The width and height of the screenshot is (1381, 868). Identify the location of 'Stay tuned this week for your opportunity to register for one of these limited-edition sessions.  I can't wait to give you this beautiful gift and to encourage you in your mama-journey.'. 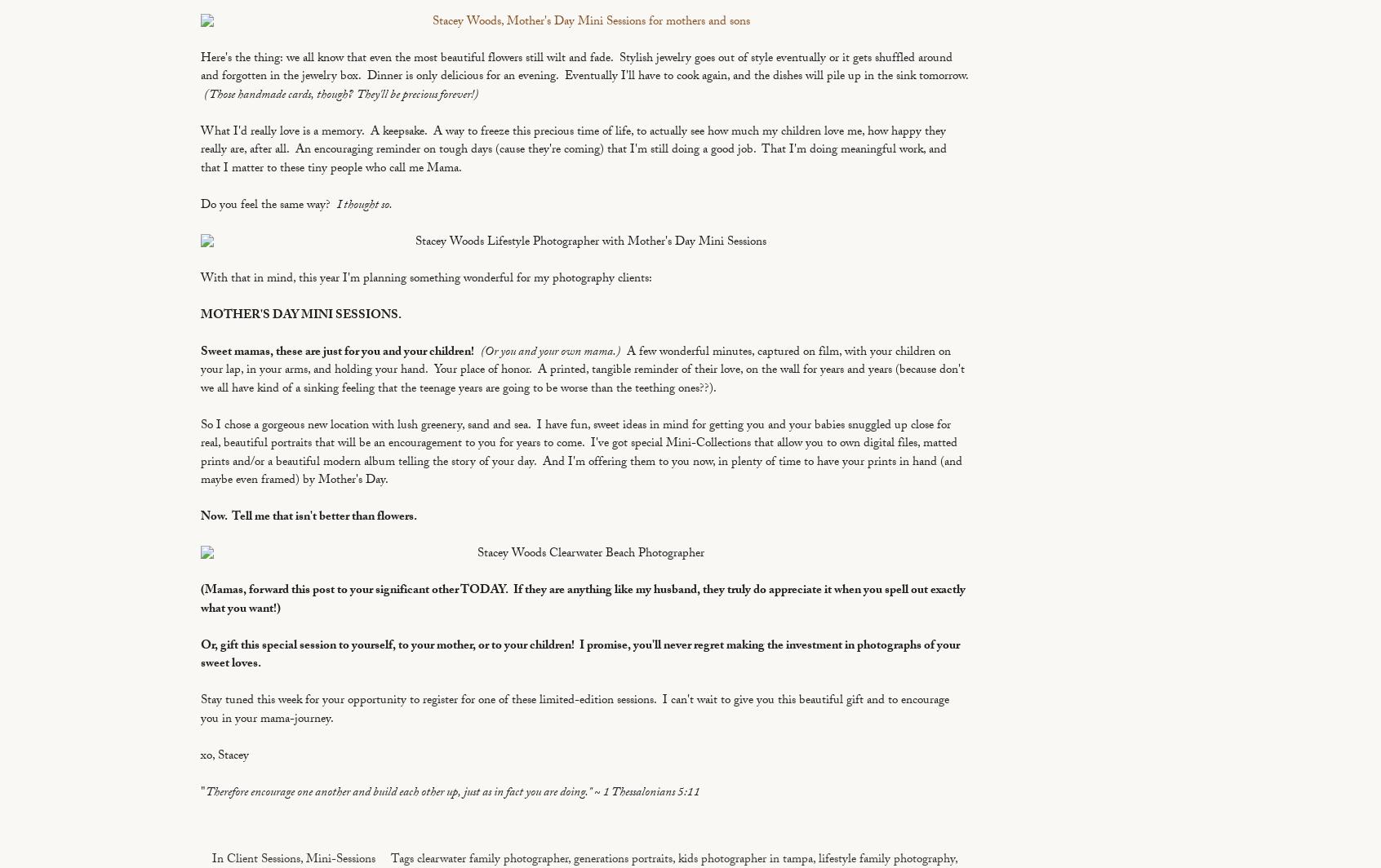
(575, 710).